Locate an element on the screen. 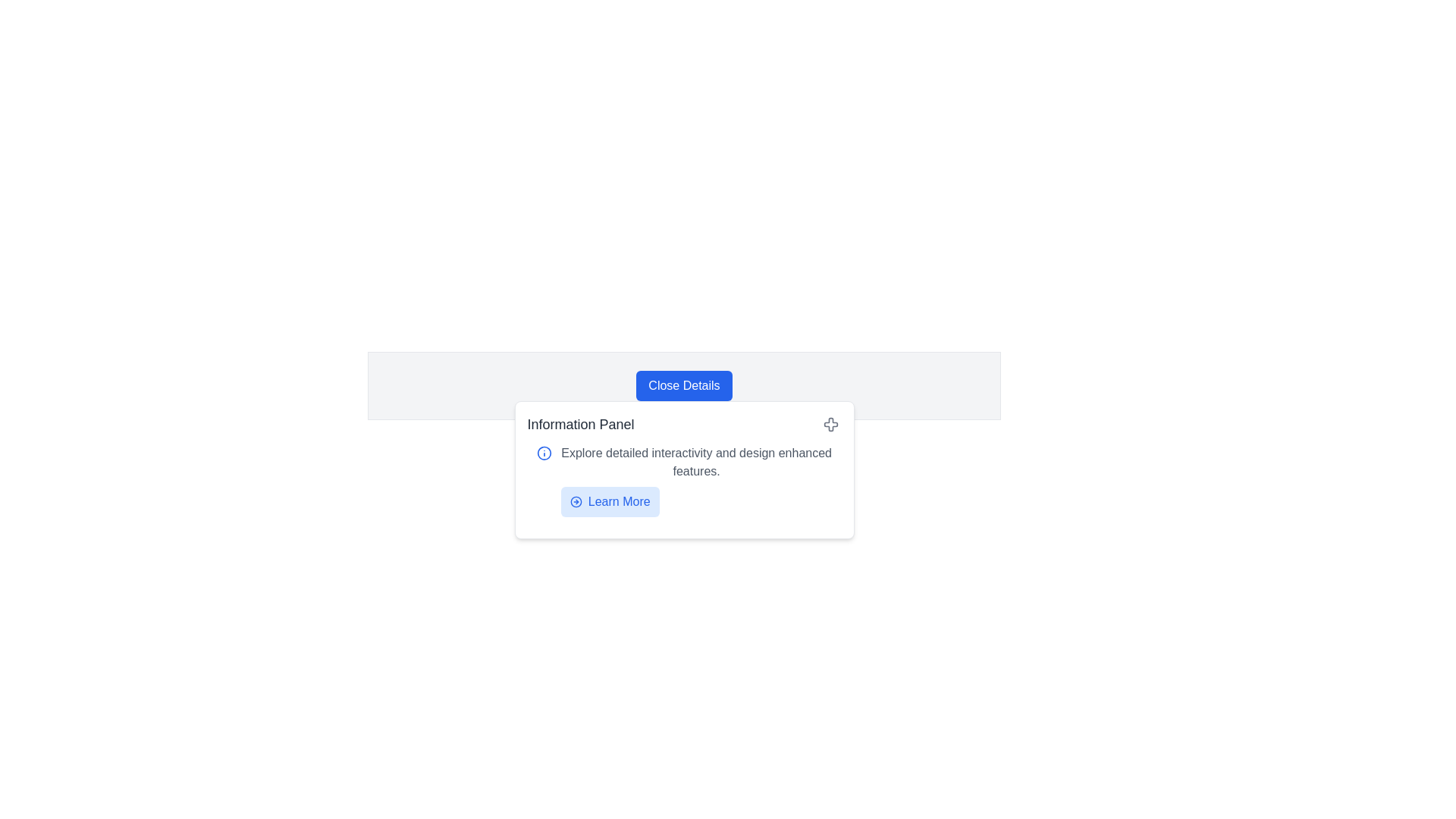 The width and height of the screenshot is (1456, 819). the close button located at the top center of the details panel is located at coordinates (683, 385).